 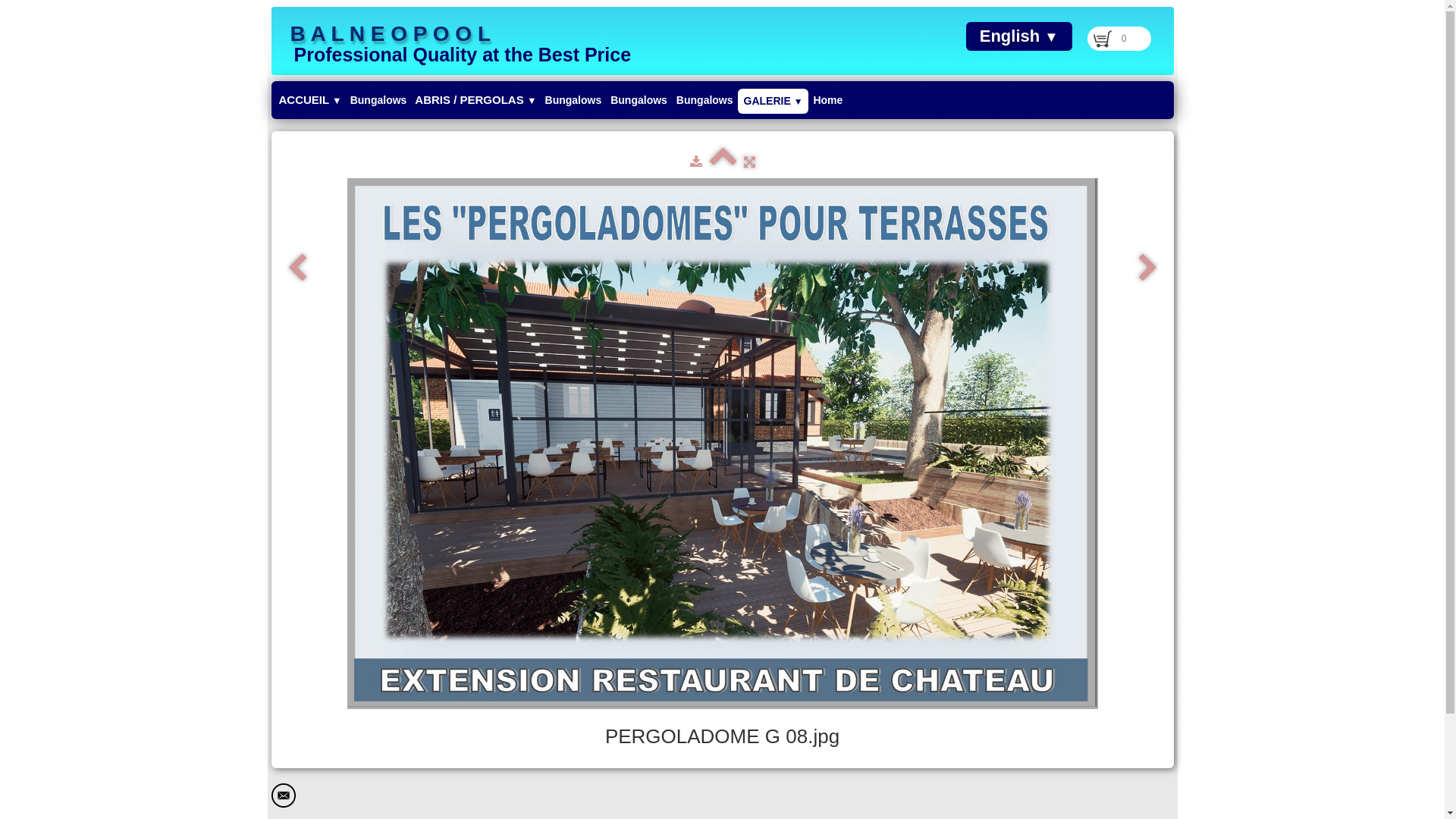 I want to click on 'Download', so click(x=695, y=162).